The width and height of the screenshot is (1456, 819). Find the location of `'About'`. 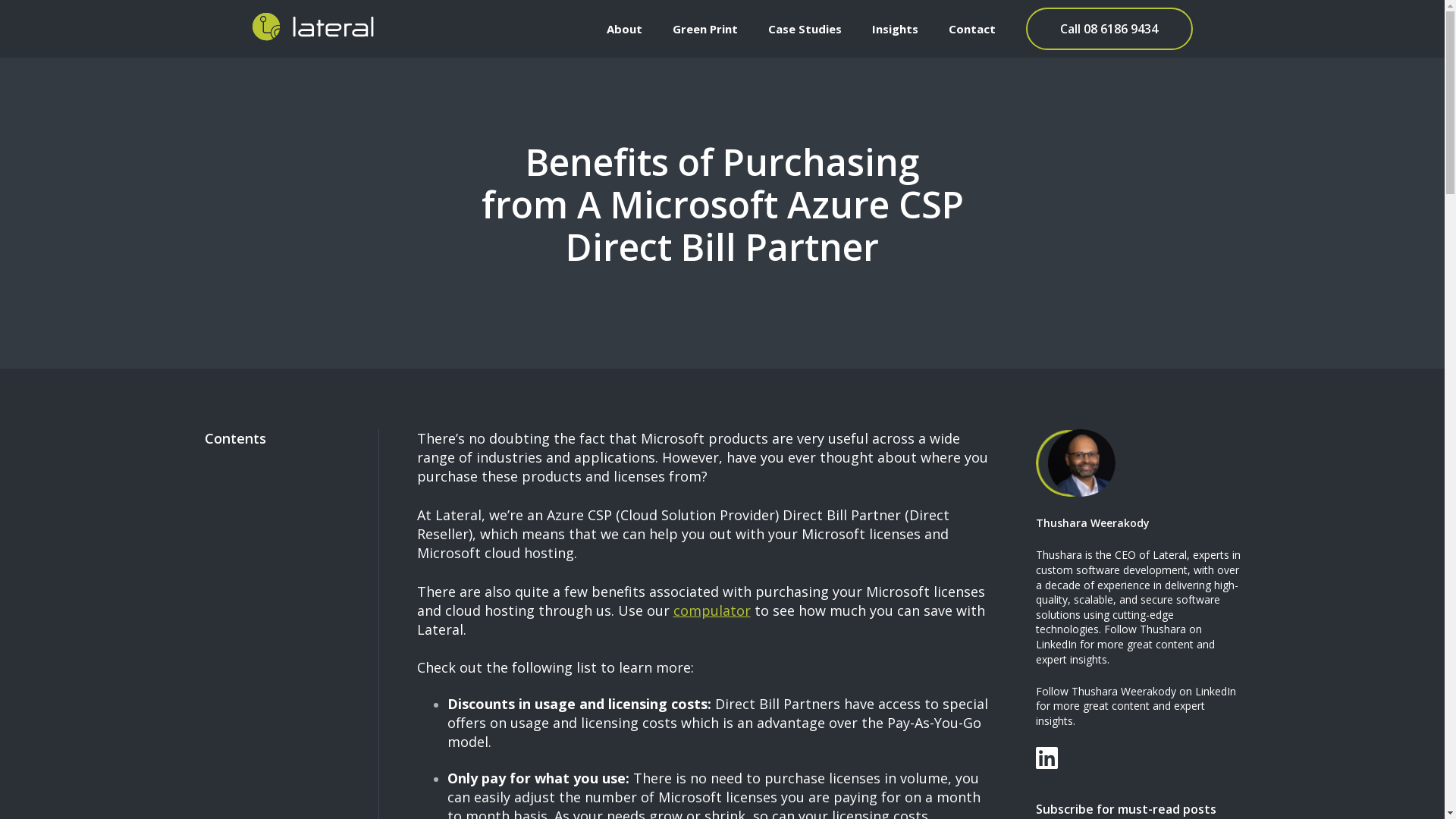

'About' is located at coordinates (624, 29).